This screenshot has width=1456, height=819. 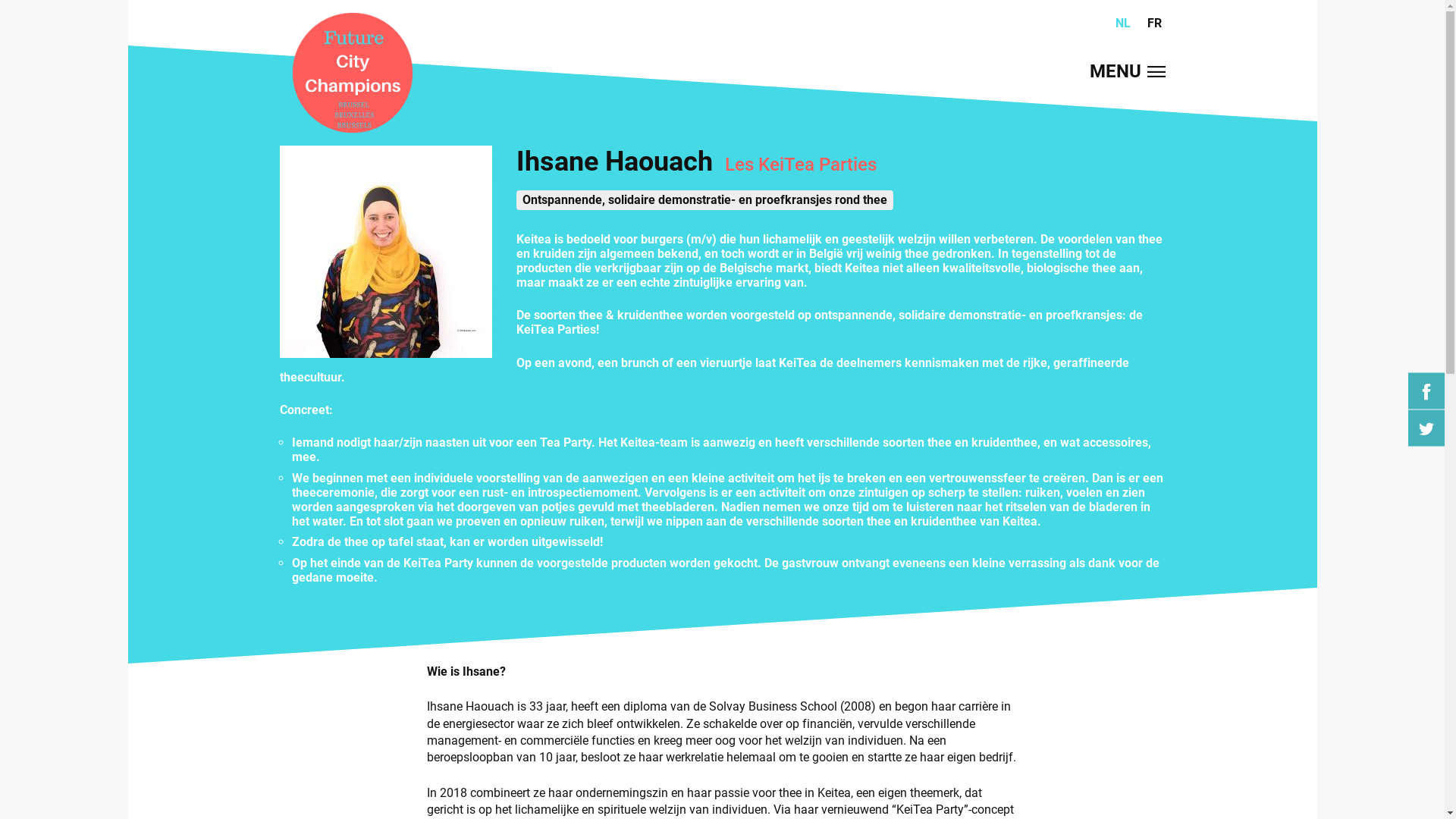 What do you see at coordinates (1123, 23) in the screenshot?
I see `'NL'` at bounding box center [1123, 23].